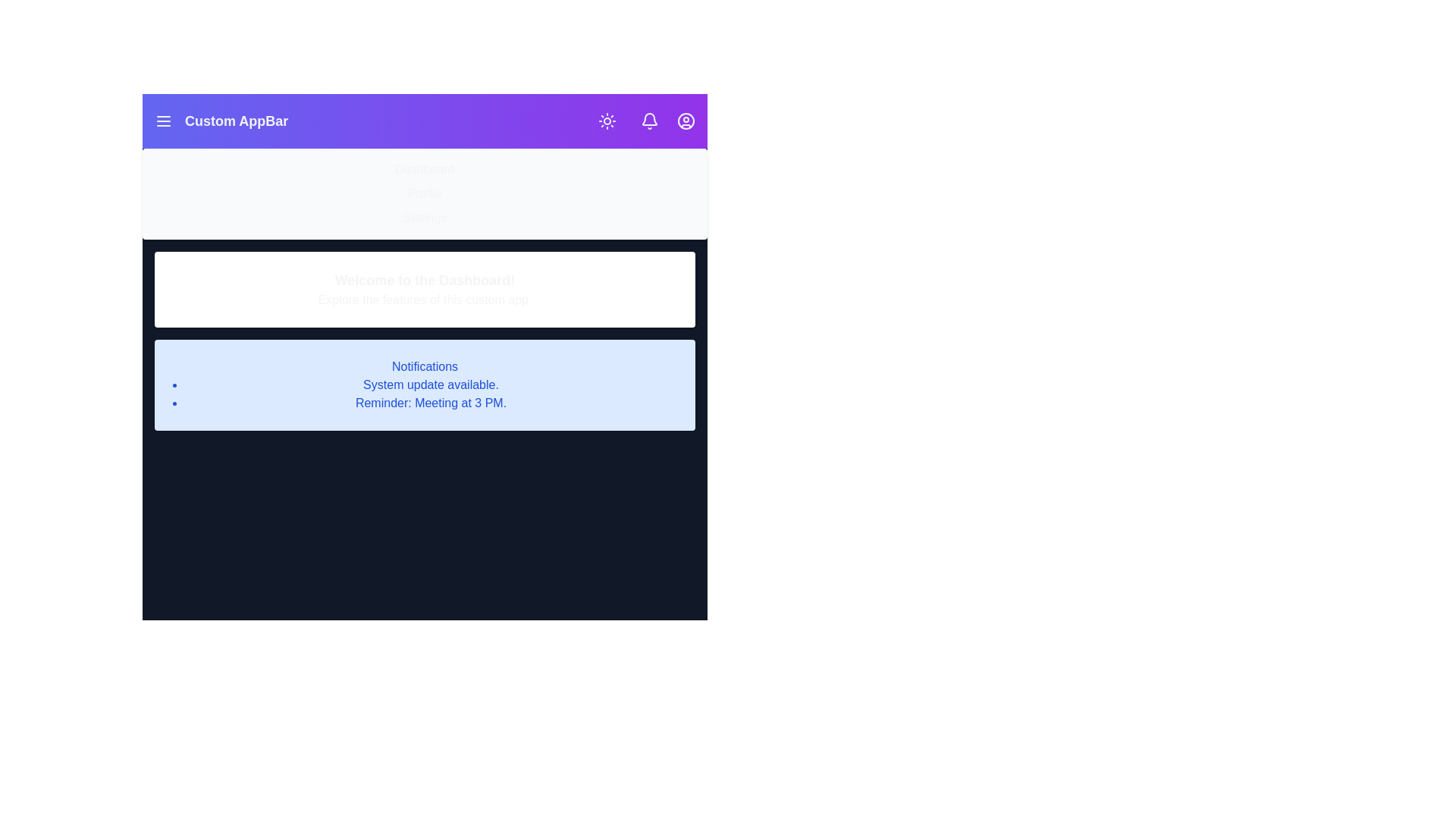  Describe the element at coordinates (650, 120) in the screenshot. I see `the bell icon to toggle the visibility of notifications` at that location.